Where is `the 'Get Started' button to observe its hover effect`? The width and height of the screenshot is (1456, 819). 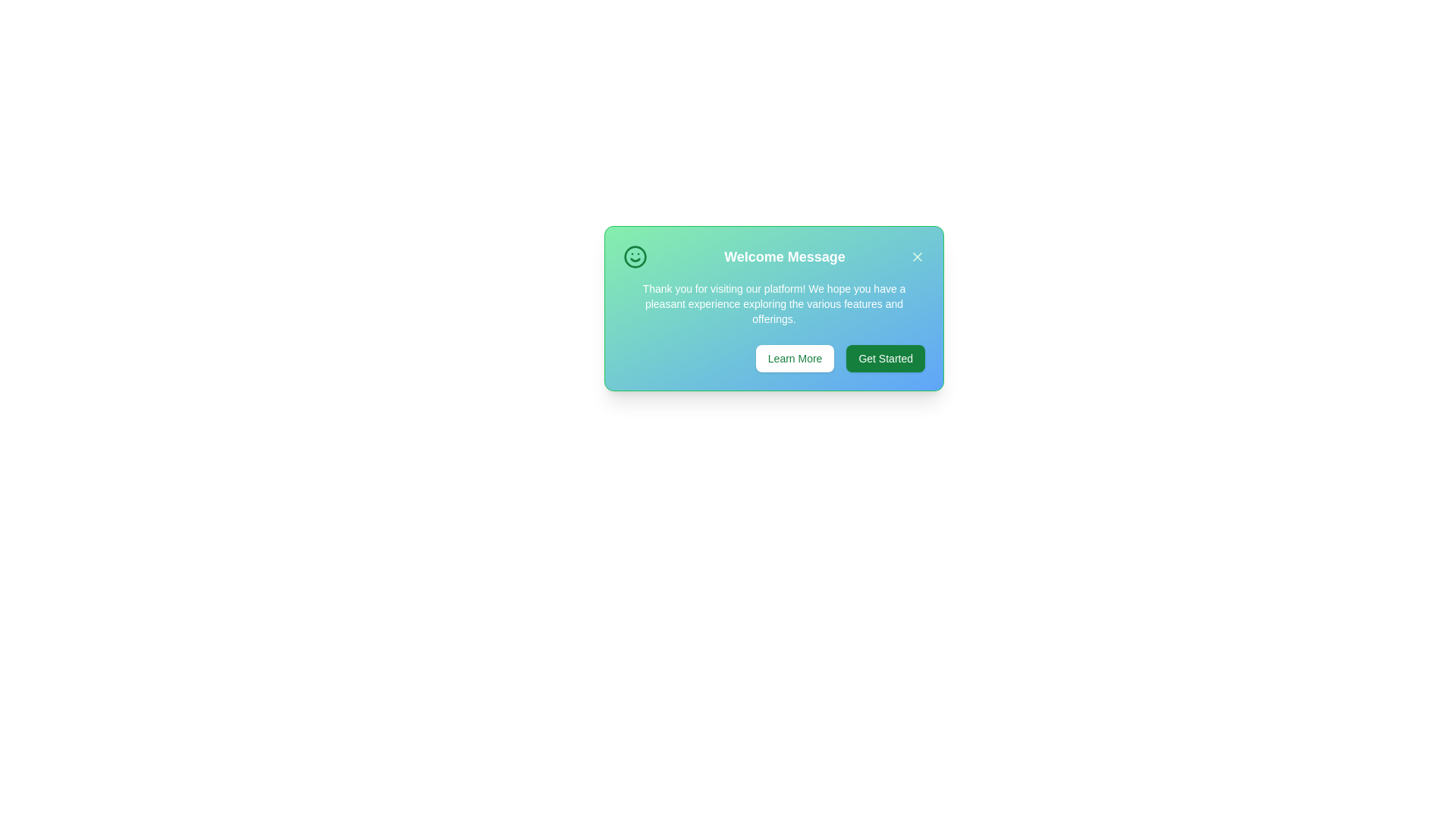
the 'Get Started' button to observe its hover effect is located at coordinates (886, 359).